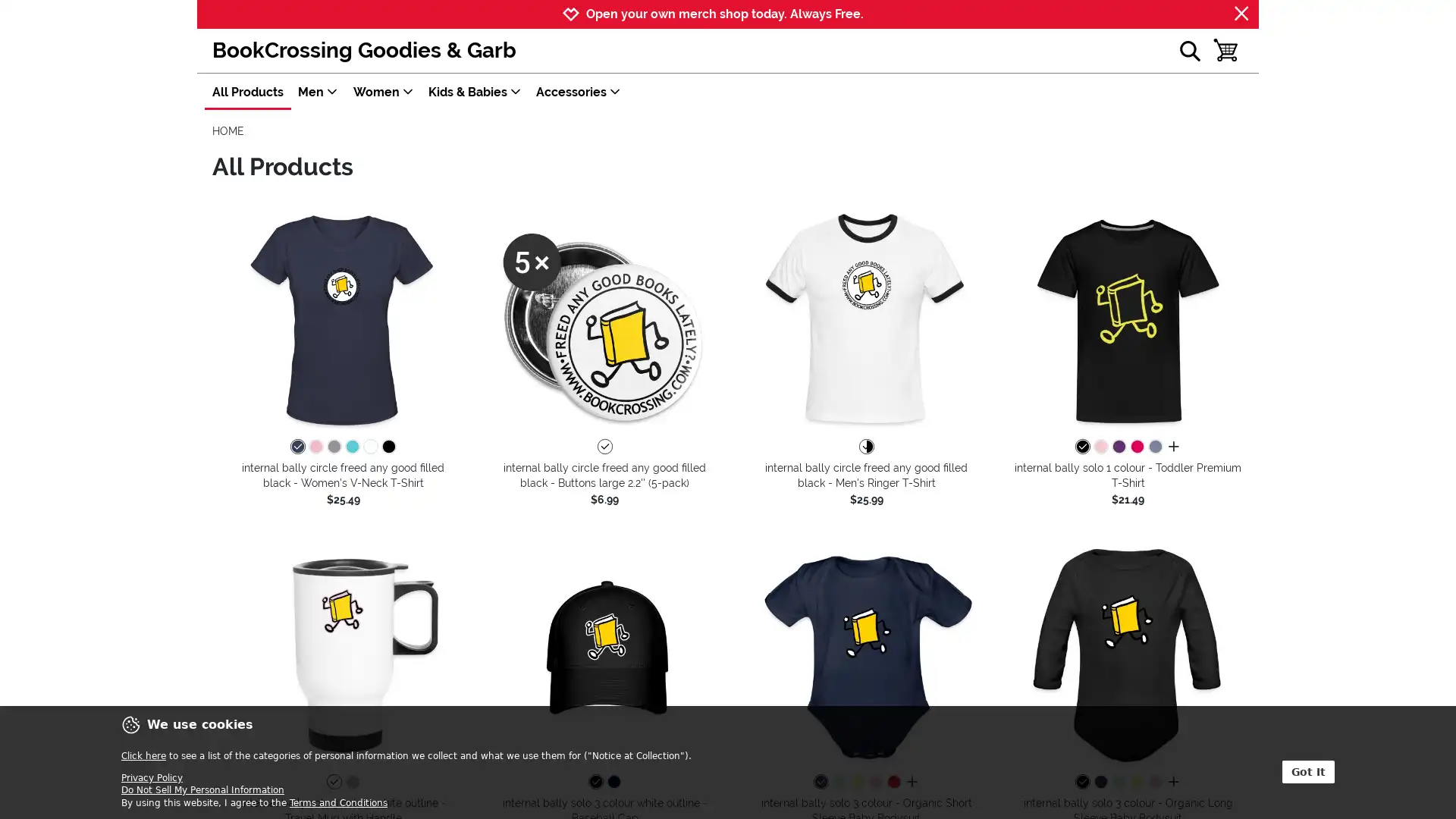 The height and width of the screenshot is (819, 1456). I want to click on purple, so click(1118, 447).